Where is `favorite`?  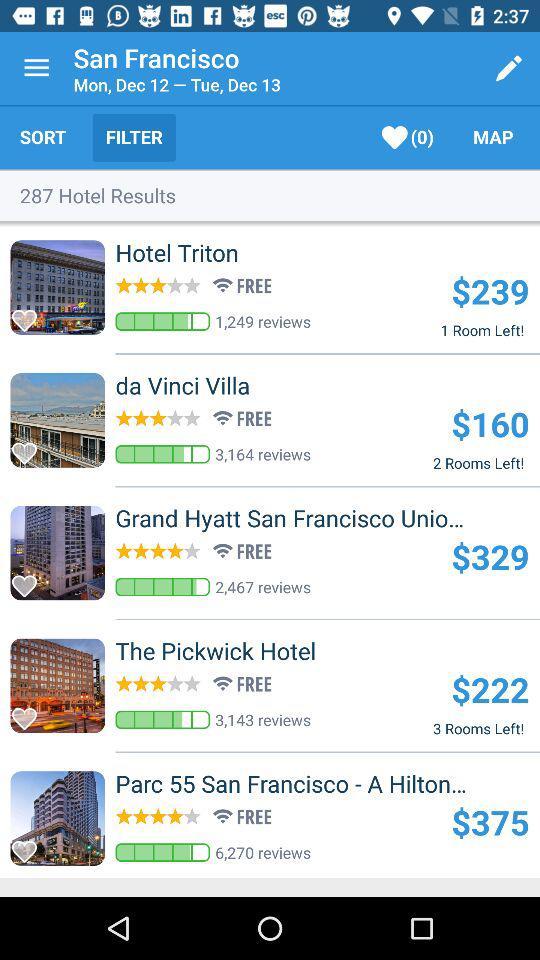
favorite is located at coordinates (29, 713).